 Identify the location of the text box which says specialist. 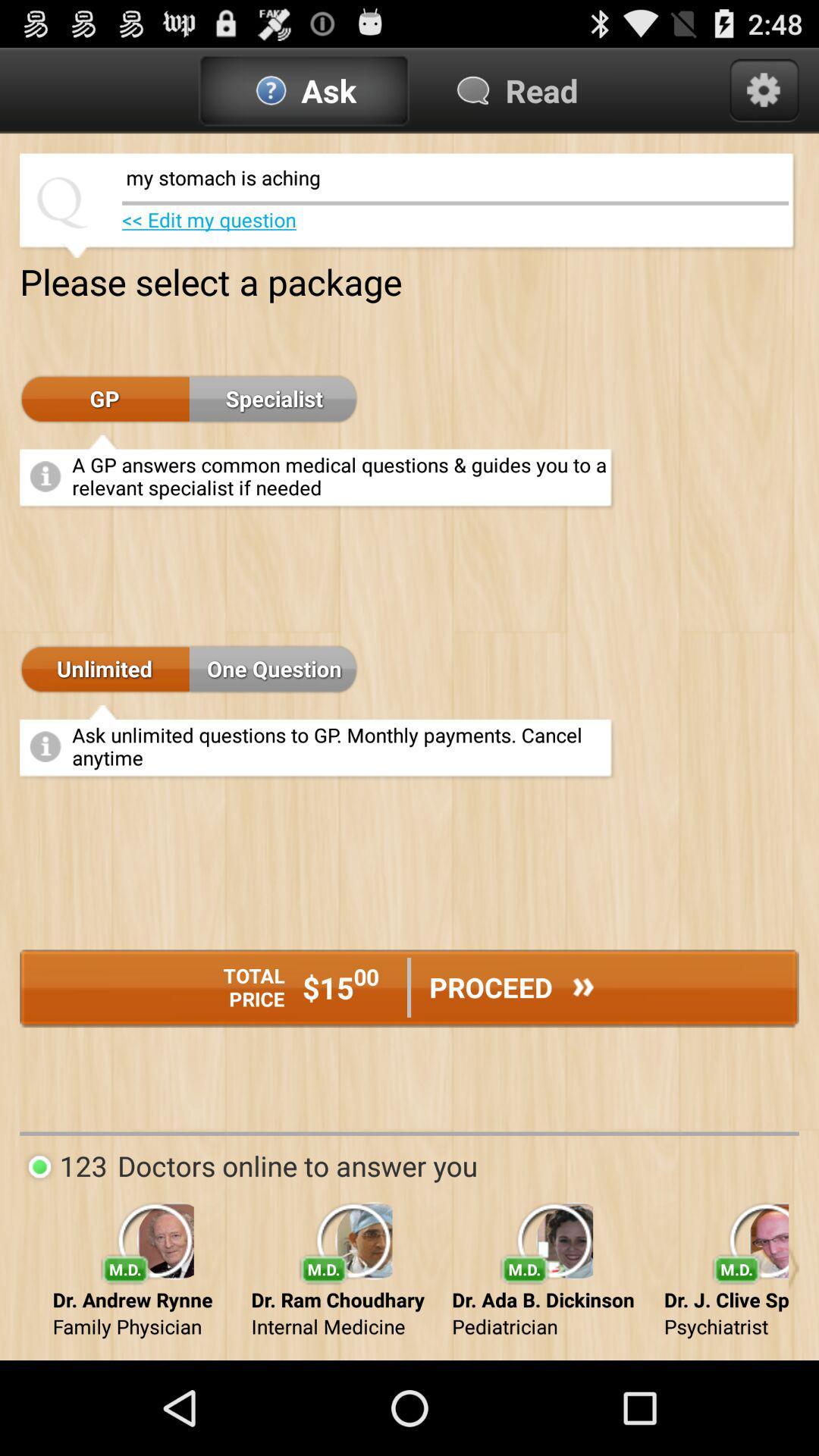
(274, 400).